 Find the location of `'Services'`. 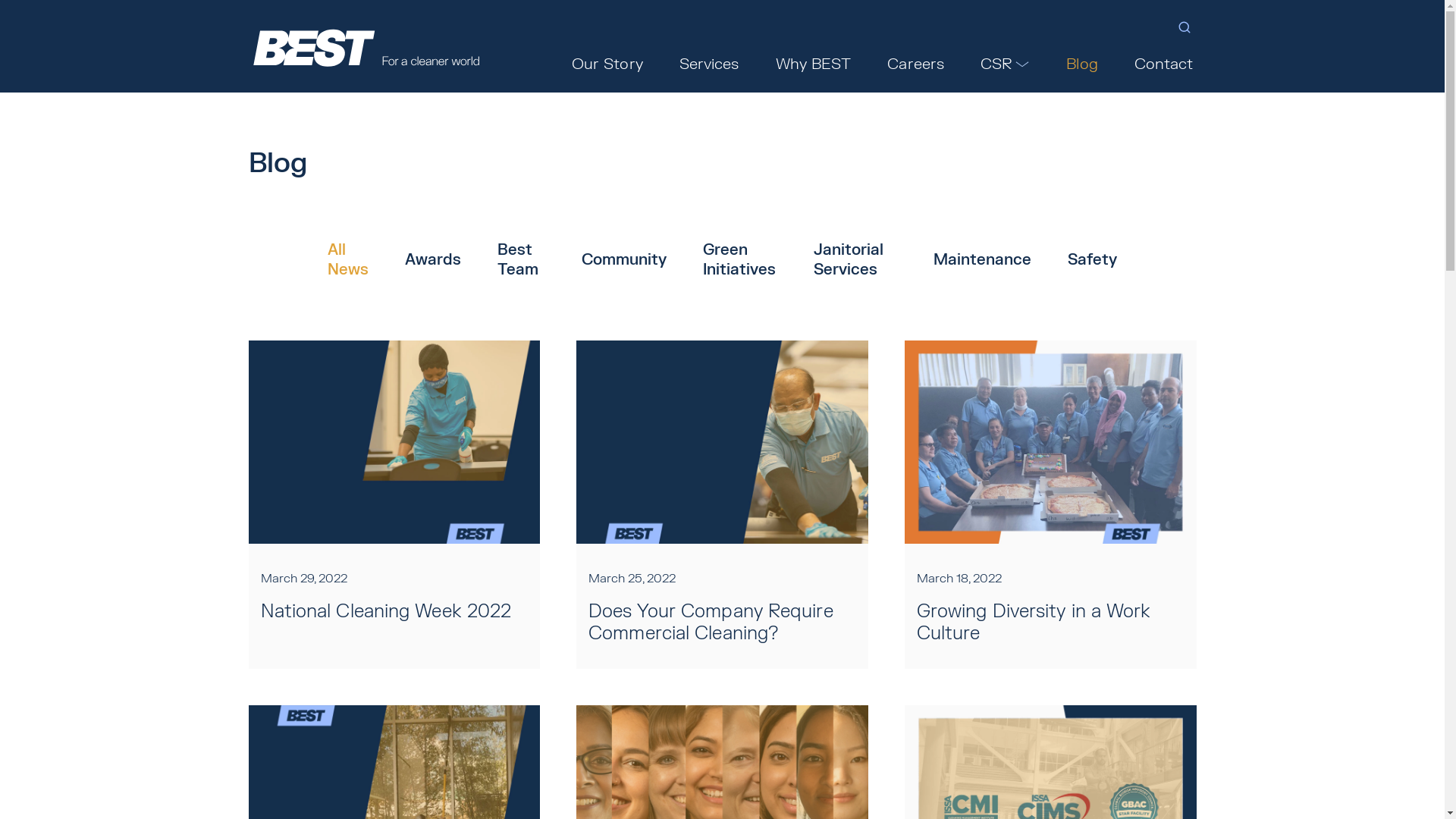

'Services' is located at coordinates (676, 63).